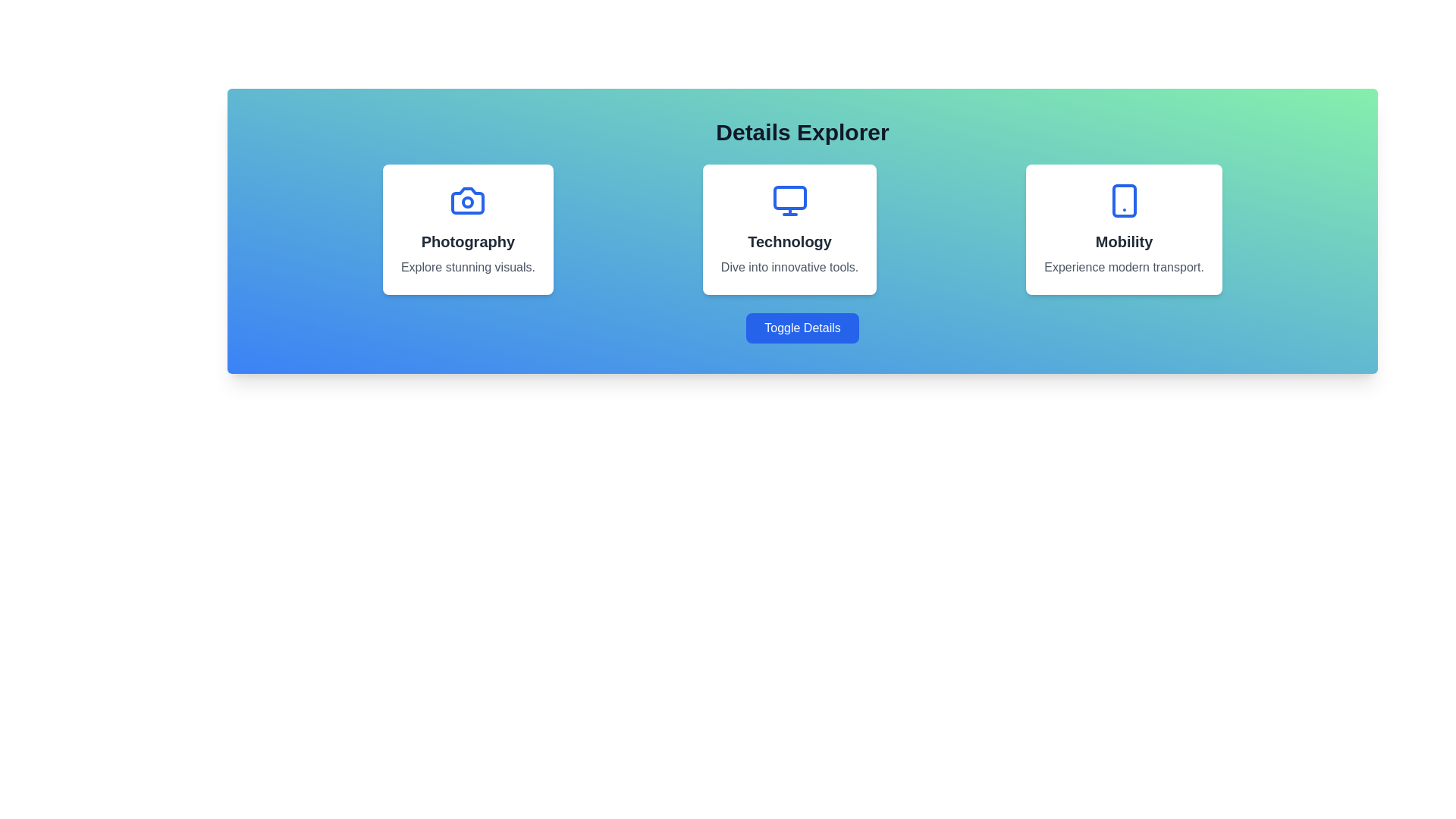 This screenshot has height=819, width=1456. What do you see at coordinates (802, 327) in the screenshot?
I see `the toggle visibility button located at the bottom of the 'Details Explorer' section, which is centrally aligned beneath the 'Photography', 'Technology', and 'Mobility' cards` at bounding box center [802, 327].